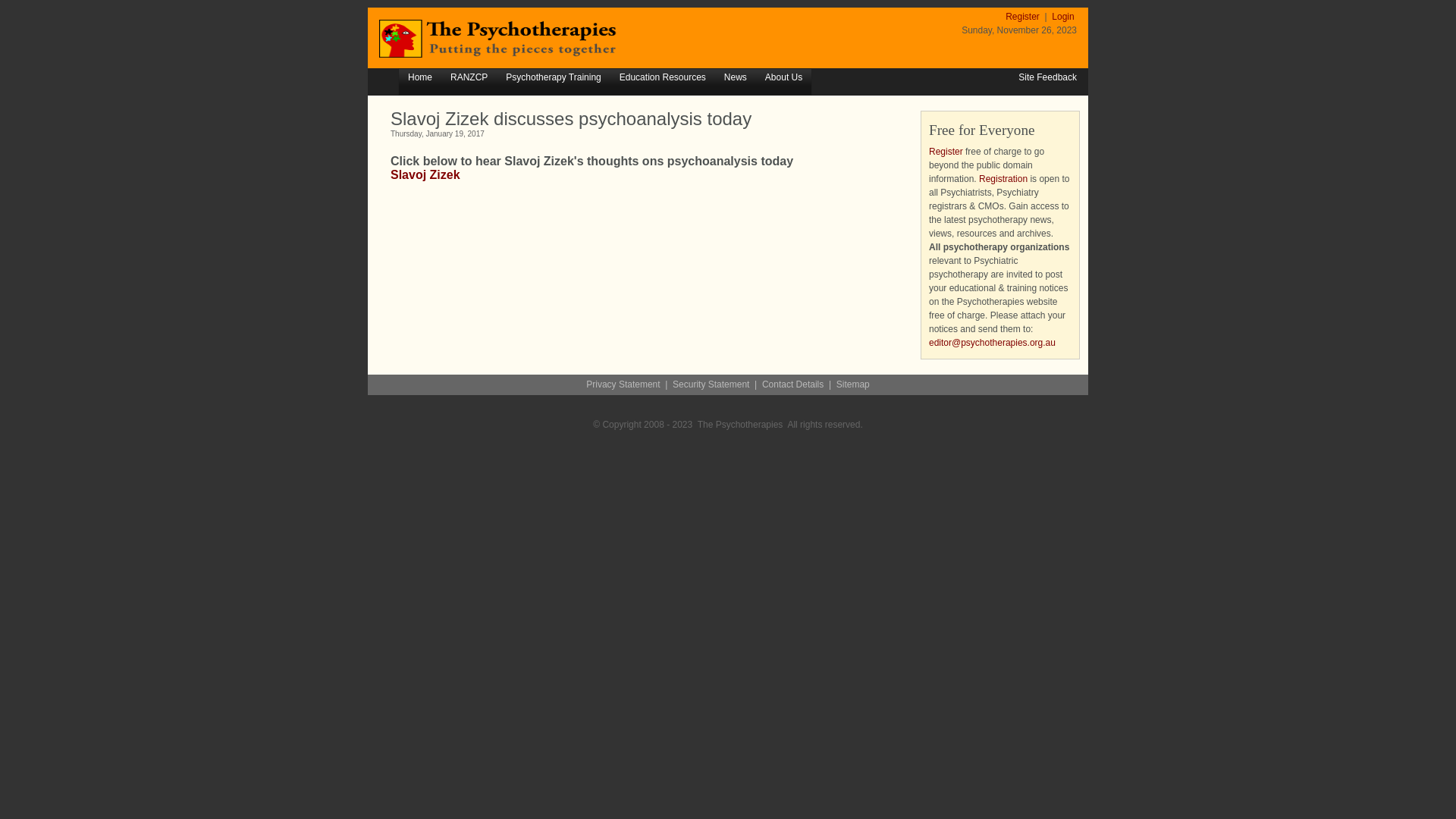 The image size is (1456, 819). I want to click on 'Education Resources', so click(662, 78).